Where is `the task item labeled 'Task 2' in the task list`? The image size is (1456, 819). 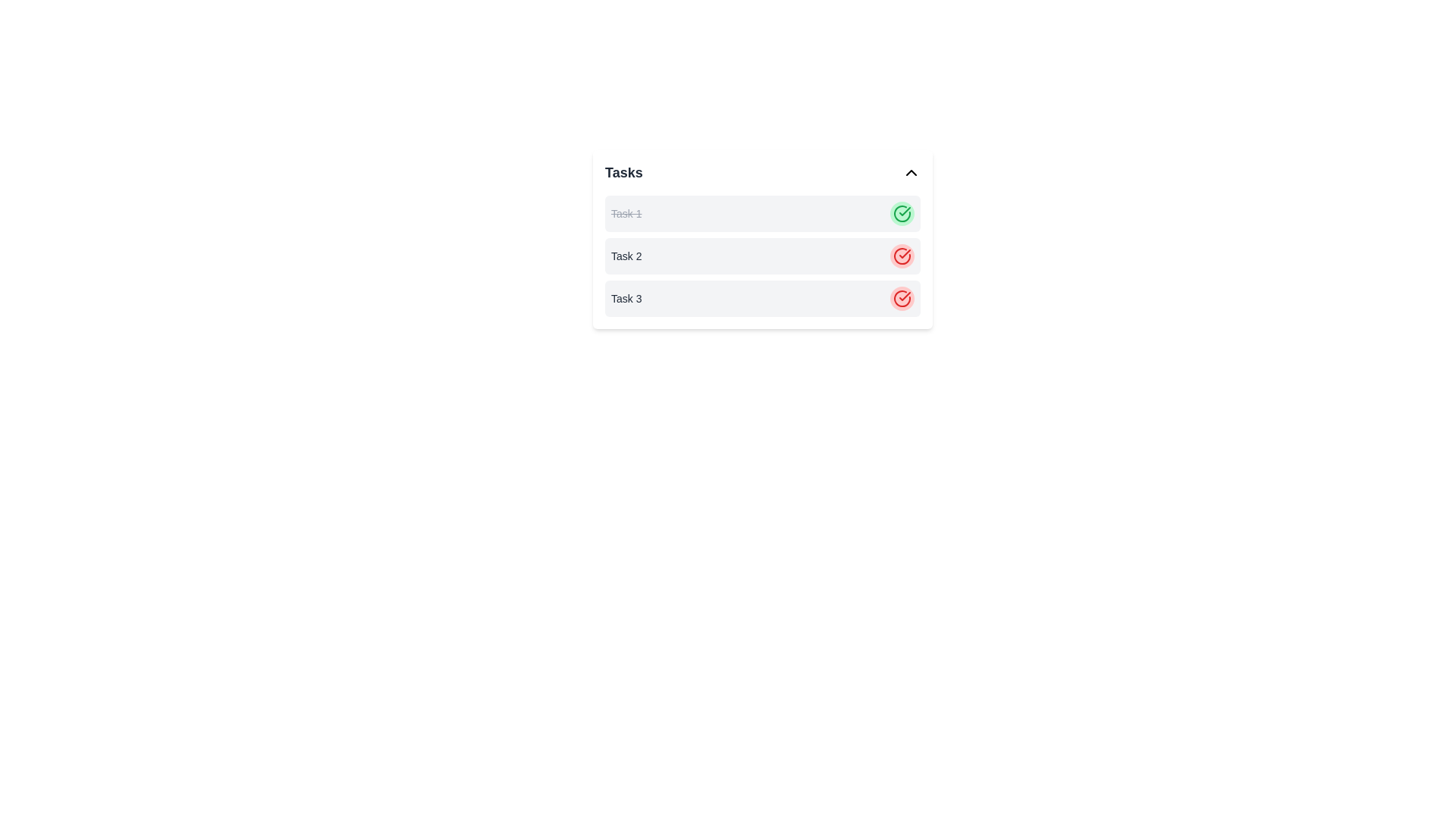
the task item labeled 'Task 2' in the task list is located at coordinates (763, 256).